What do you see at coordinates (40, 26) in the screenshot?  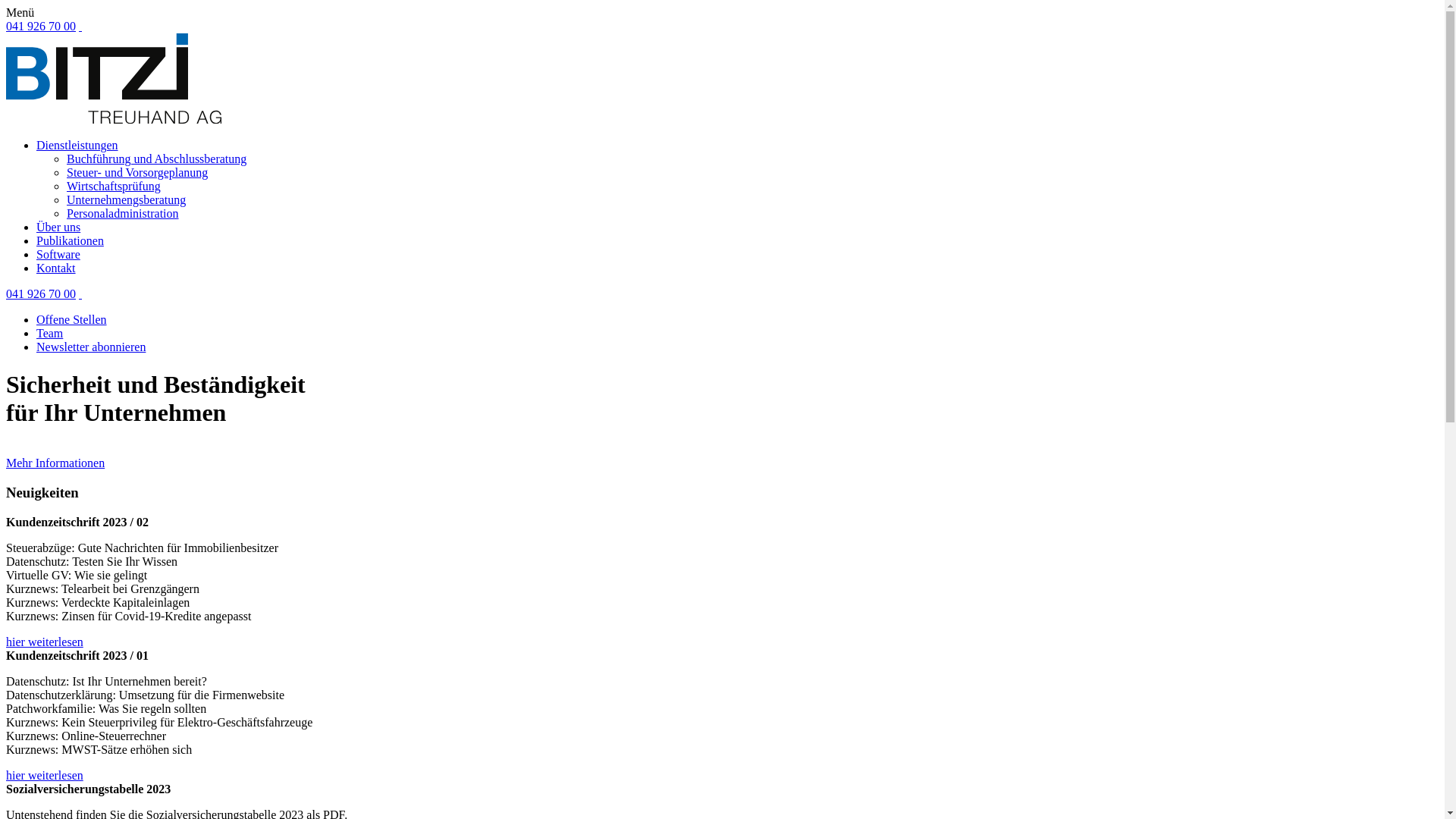 I see `'041 926 70 00'` at bounding box center [40, 26].